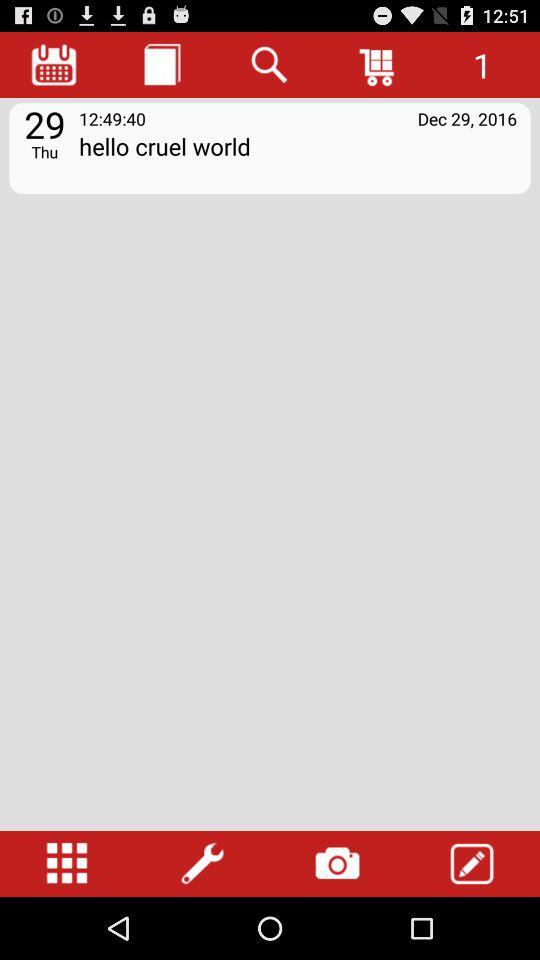 Image resolution: width=540 pixels, height=960 pixels. I want to click on open settings, so click(202, 863).